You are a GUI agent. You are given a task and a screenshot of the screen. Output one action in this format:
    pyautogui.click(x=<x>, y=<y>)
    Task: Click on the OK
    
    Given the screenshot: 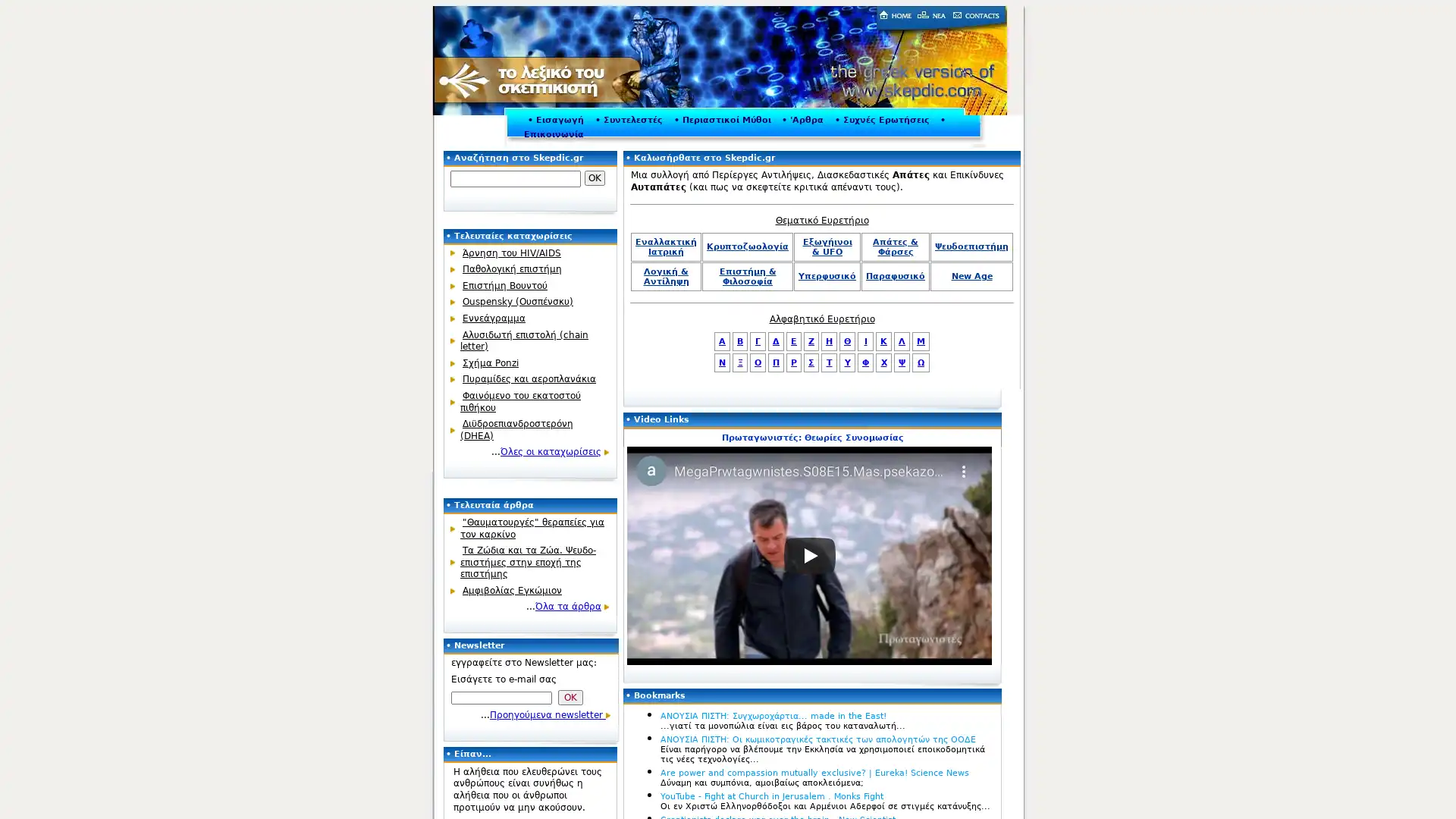 What is the action you would take?
    pyautogui.click(x=594, y=177)
    